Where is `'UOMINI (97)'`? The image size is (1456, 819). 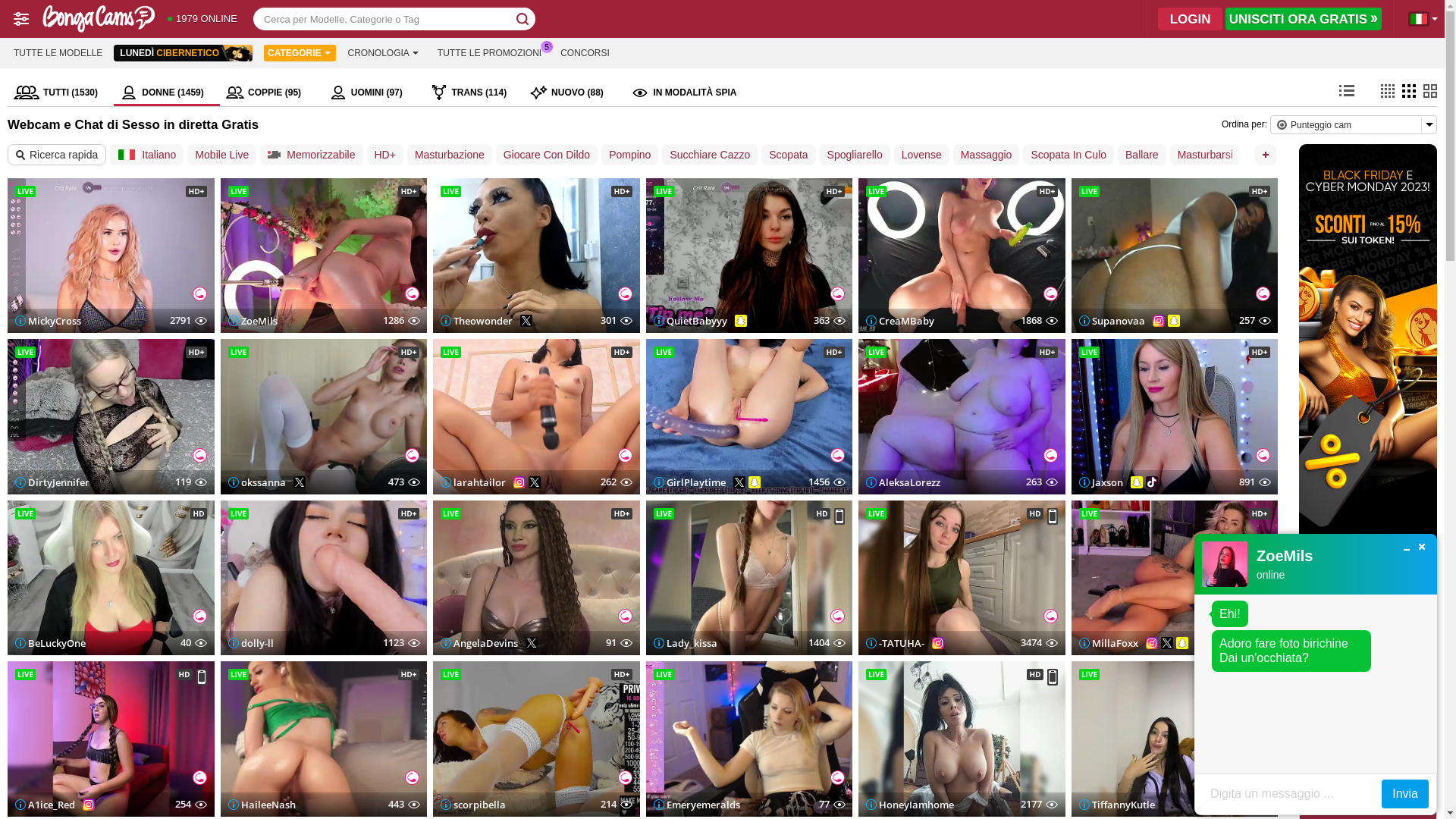
'UOMINI (97)' is located at coordinates (374, 93).